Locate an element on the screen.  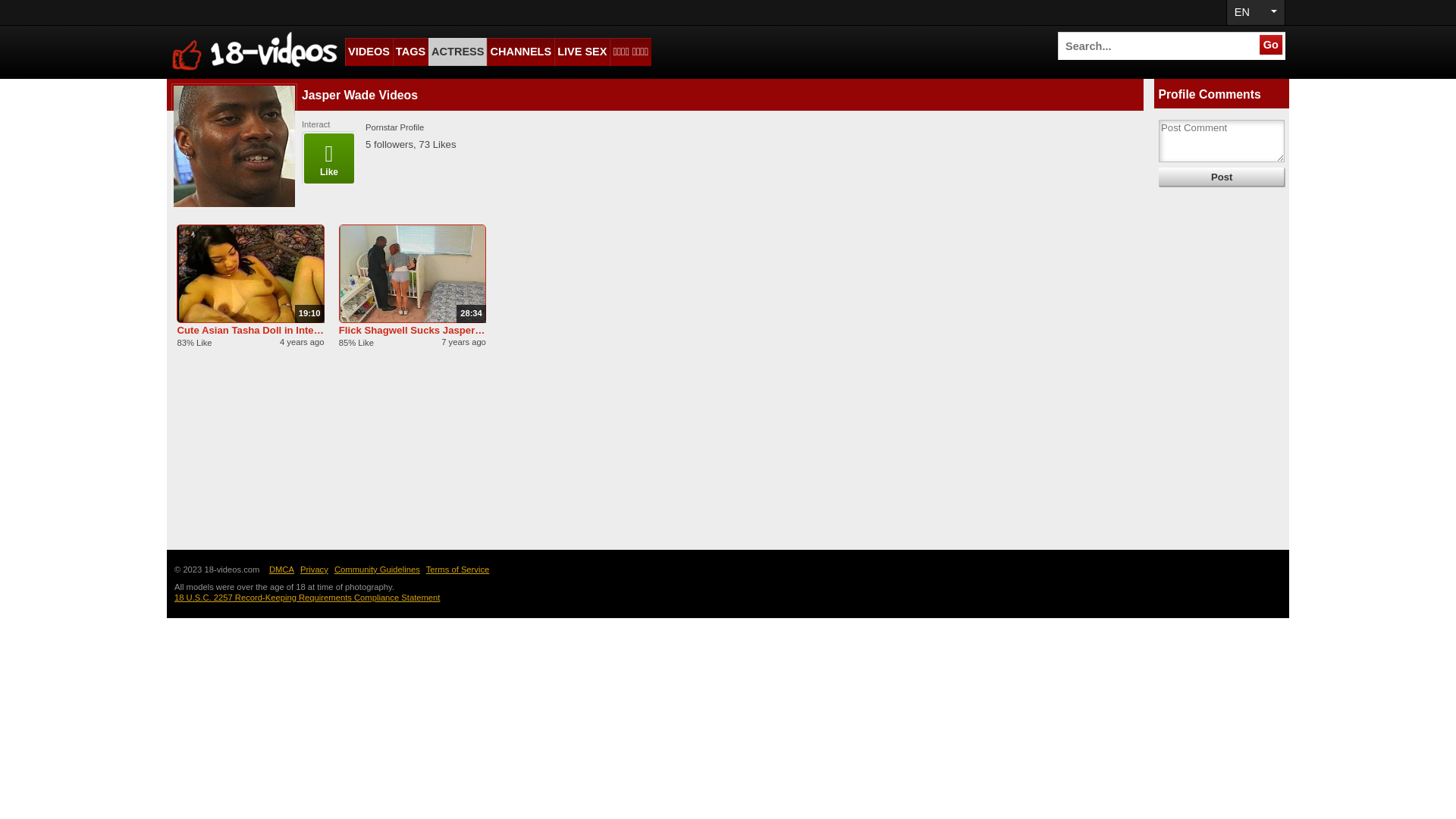
'CHANNELS' is located at coordinates (520, 51).